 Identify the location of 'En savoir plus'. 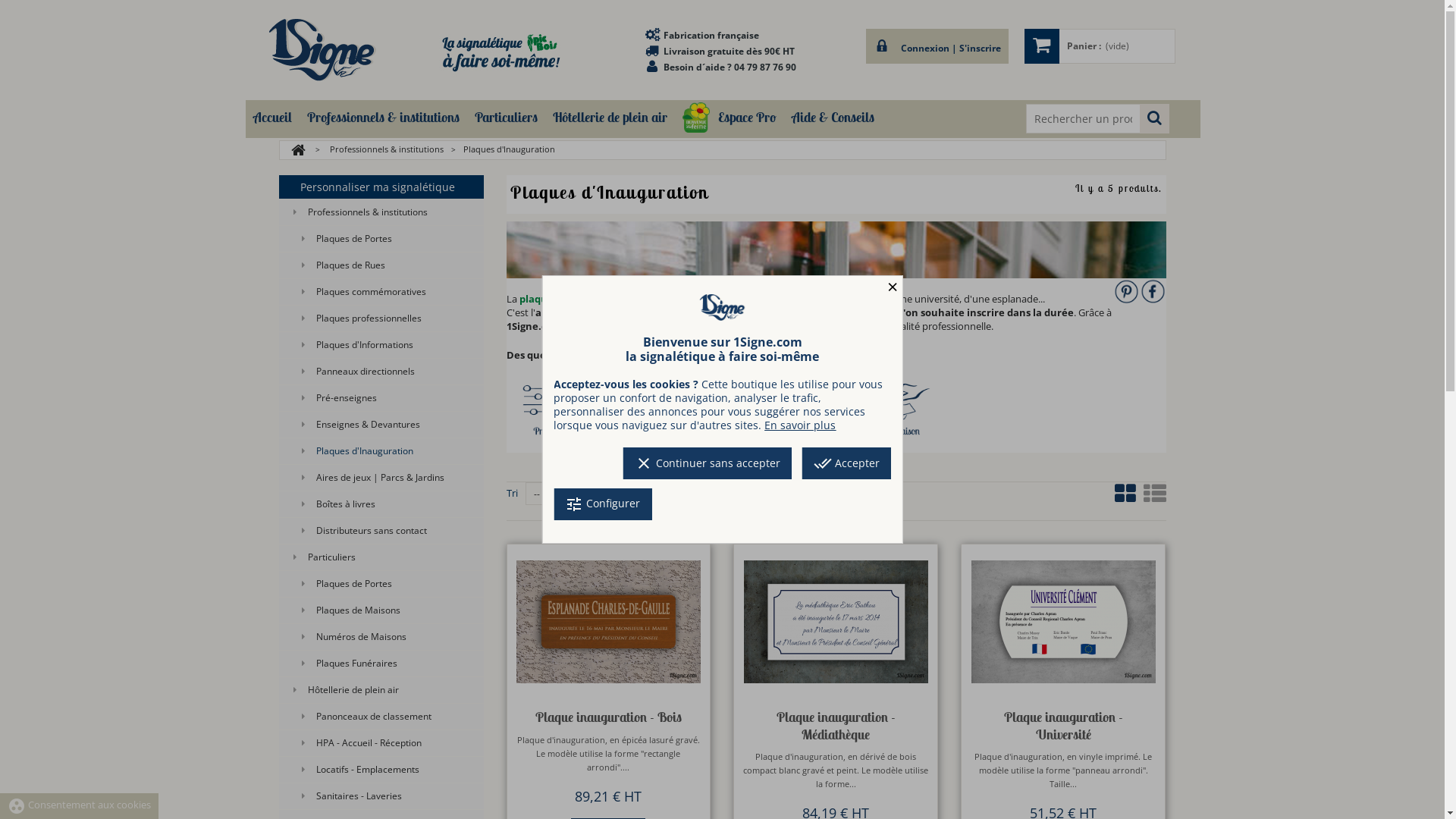
(799, 425).